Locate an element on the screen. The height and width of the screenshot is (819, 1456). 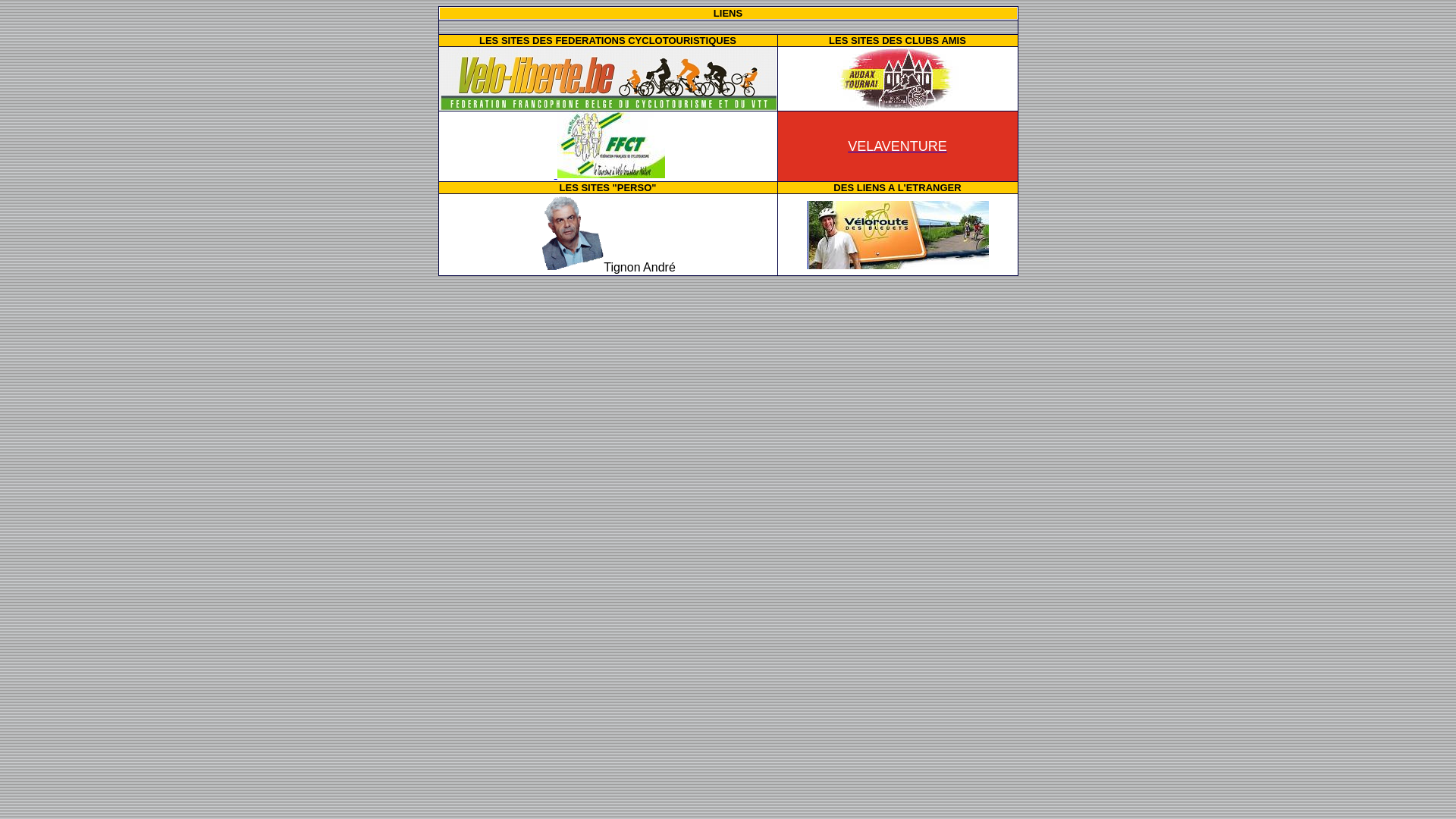
'VELAVENTURE' is located at coordinates (897, 146).